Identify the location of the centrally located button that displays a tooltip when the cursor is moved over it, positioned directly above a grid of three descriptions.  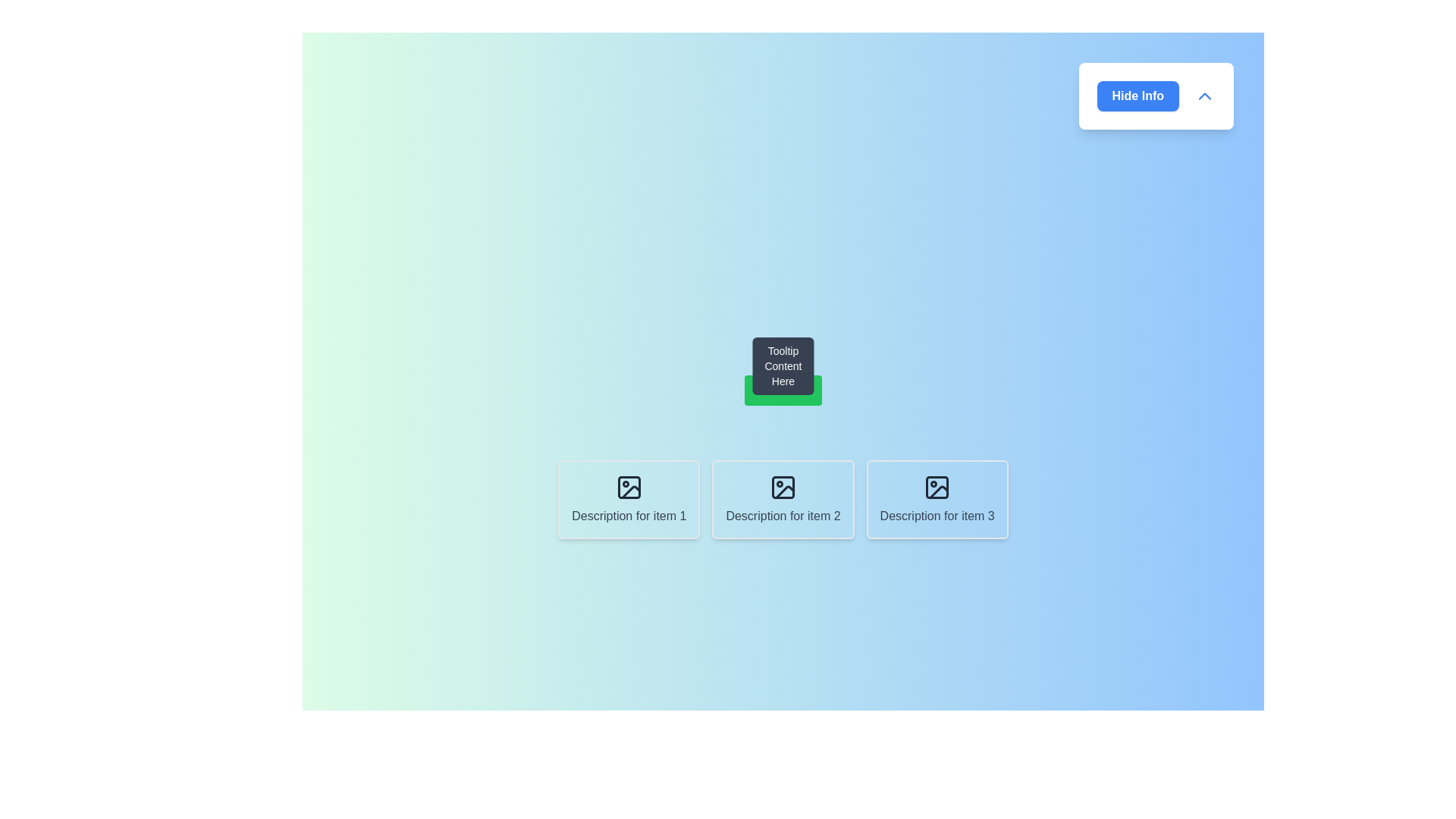
(783, 390).